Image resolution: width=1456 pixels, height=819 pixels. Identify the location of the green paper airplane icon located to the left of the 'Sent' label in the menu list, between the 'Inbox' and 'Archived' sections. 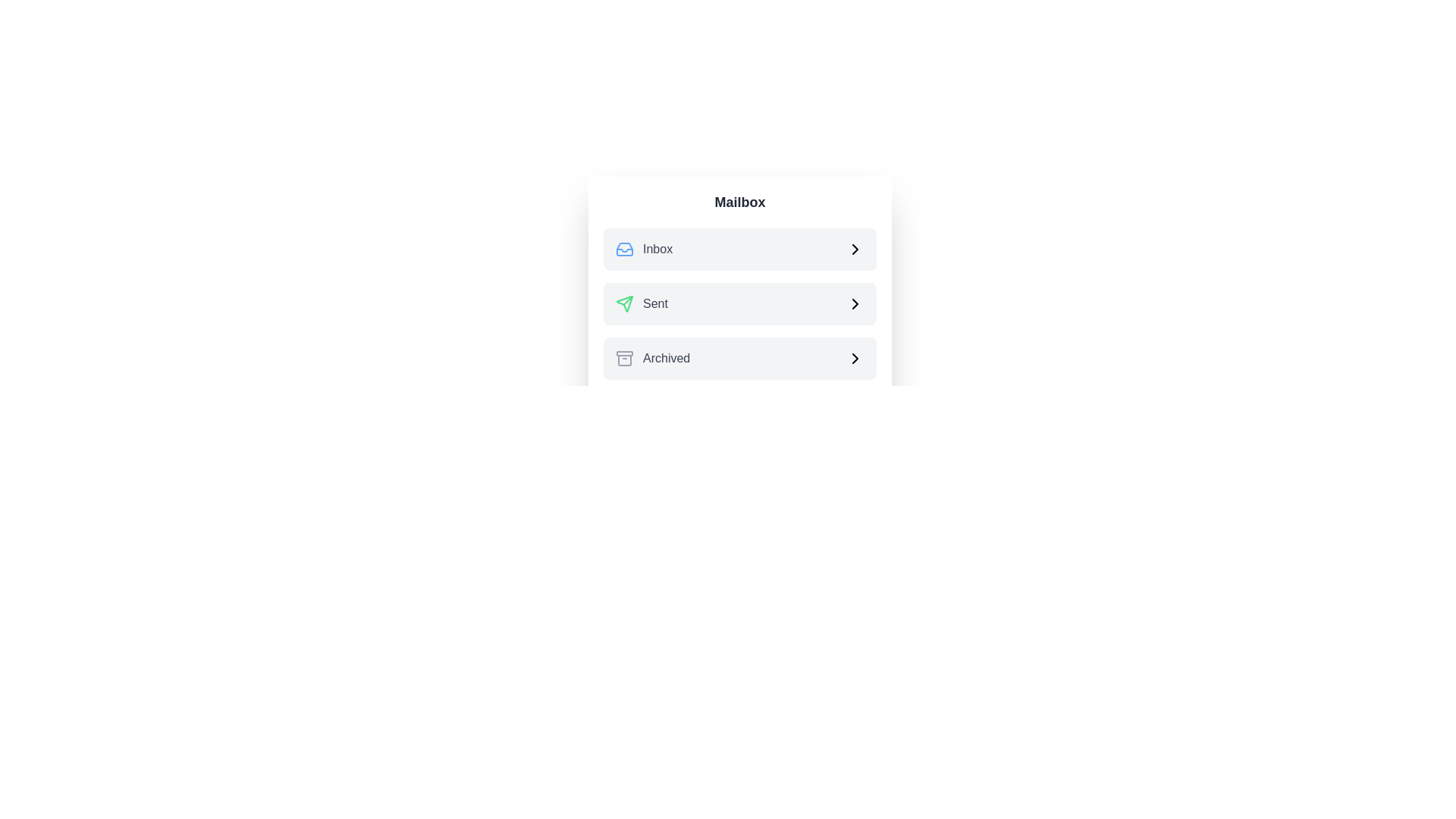
(625, 304).